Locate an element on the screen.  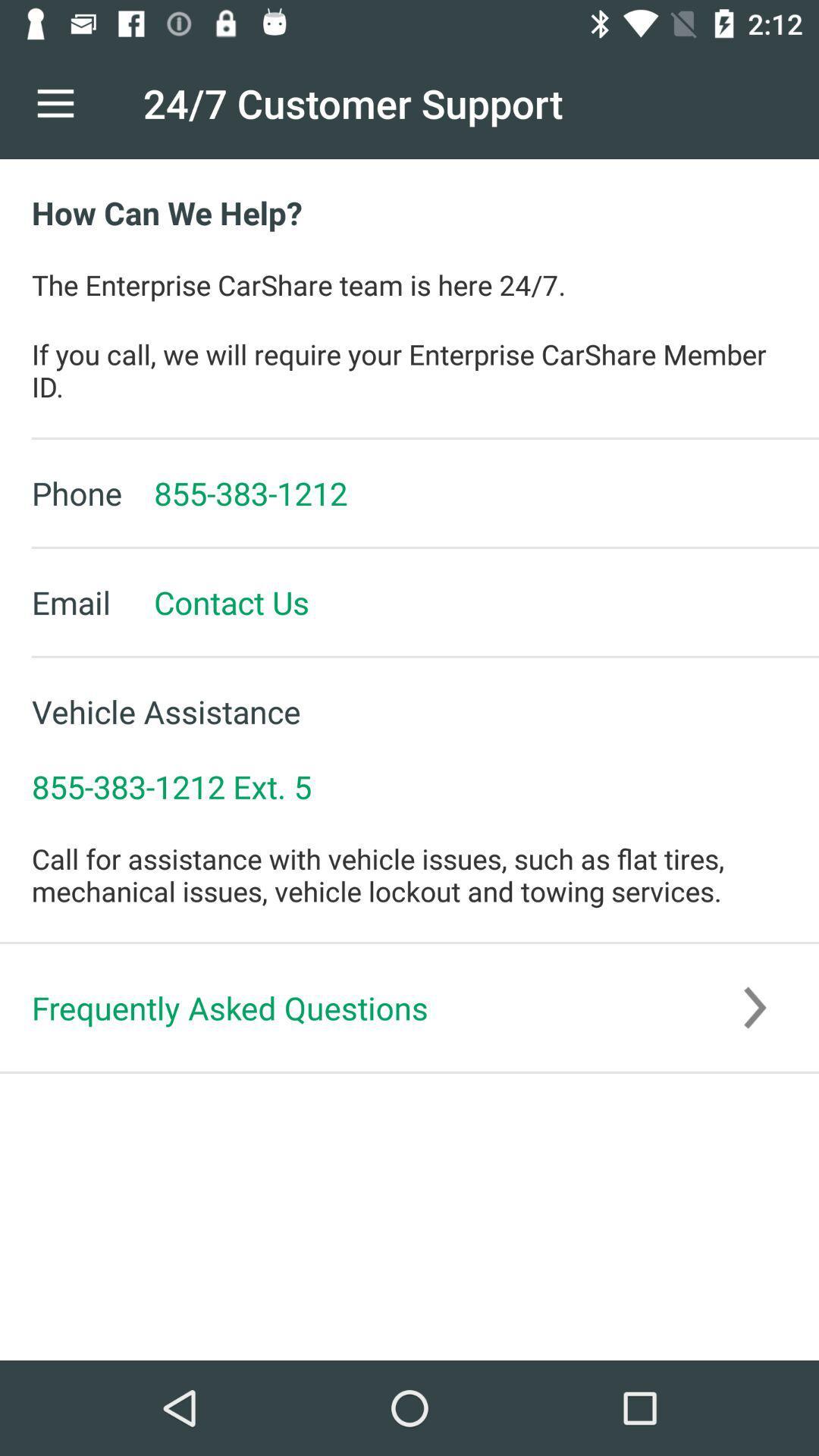
item next to the 24 7 customer item is located at coordinates (55, 102).